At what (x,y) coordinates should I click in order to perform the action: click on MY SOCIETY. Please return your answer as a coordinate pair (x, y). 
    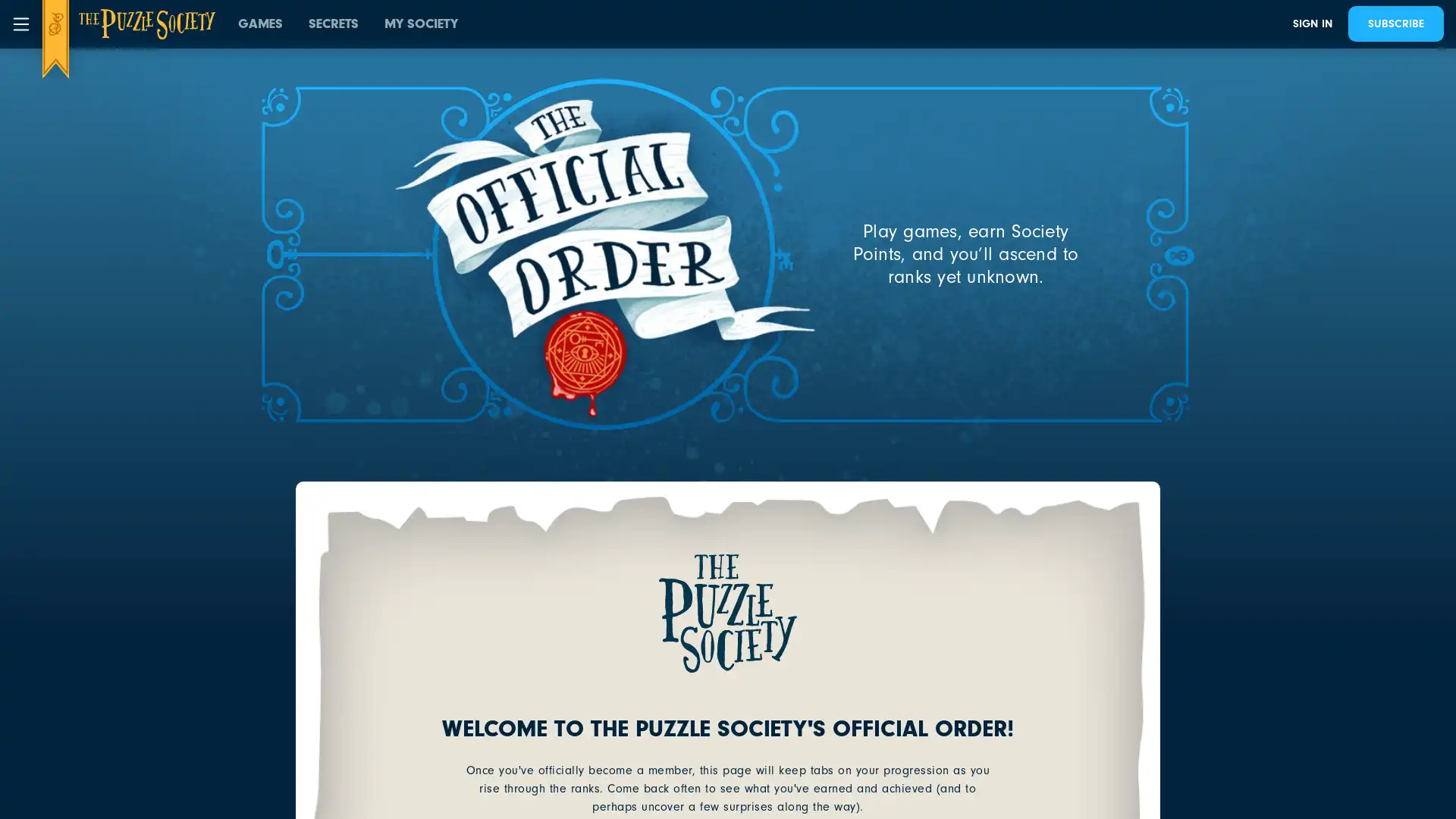
    Looking at the image, I should click on (421, 24).